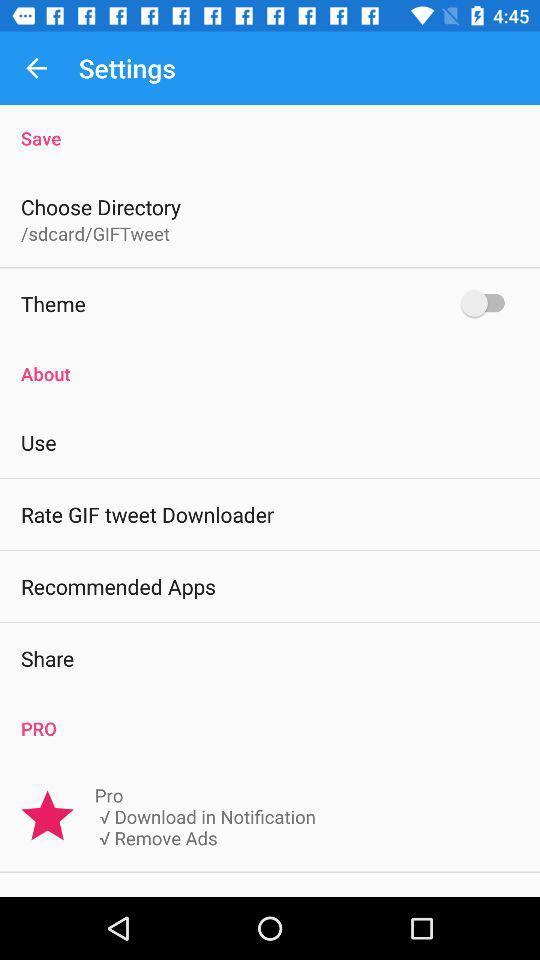 The image size is (540, 960). I want to click on save item, so click(270, 126).